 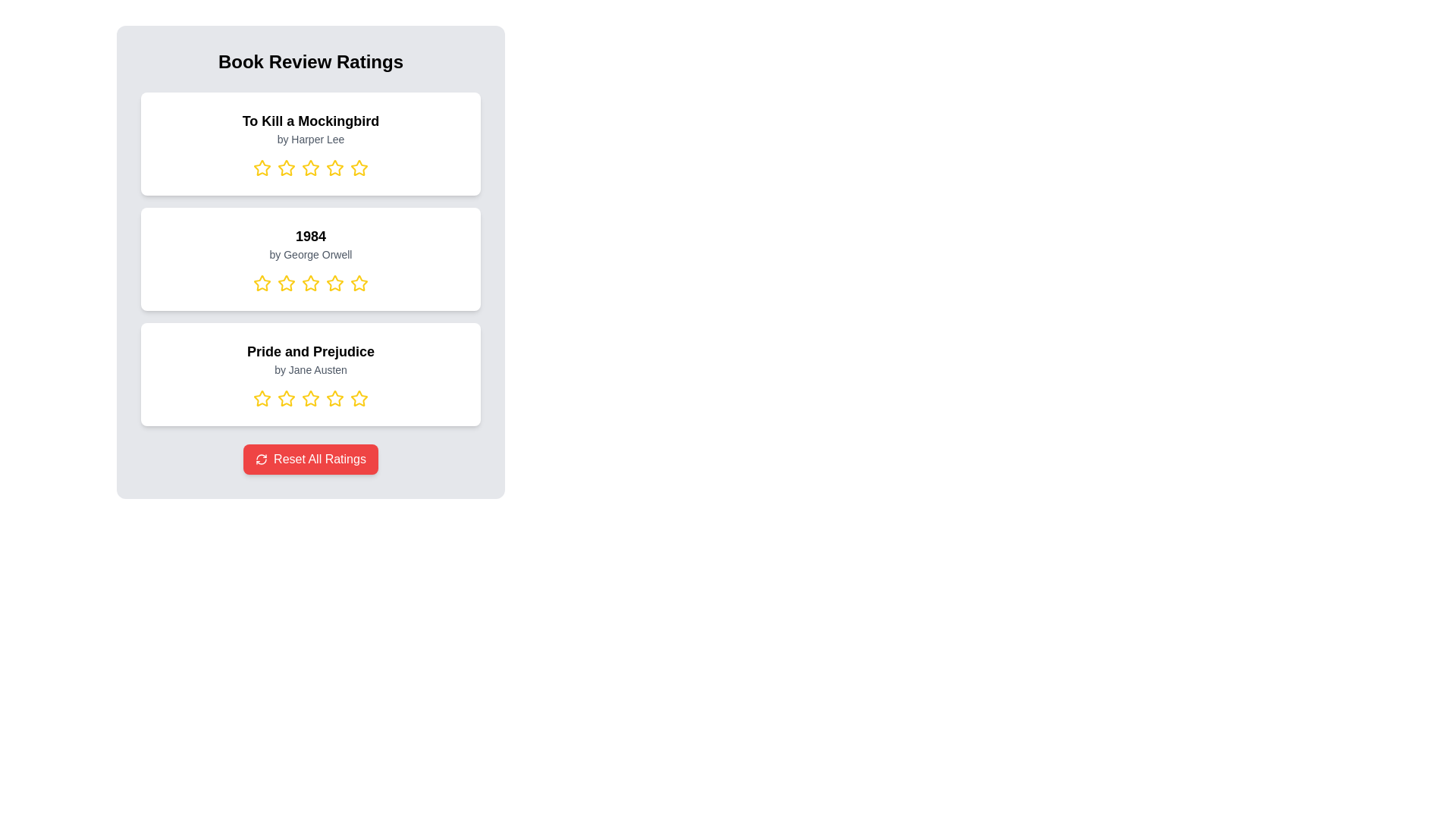 I want to click on the rating for a book by selecting 5 stars for the book titled 1984, so click(x=359, y=284).